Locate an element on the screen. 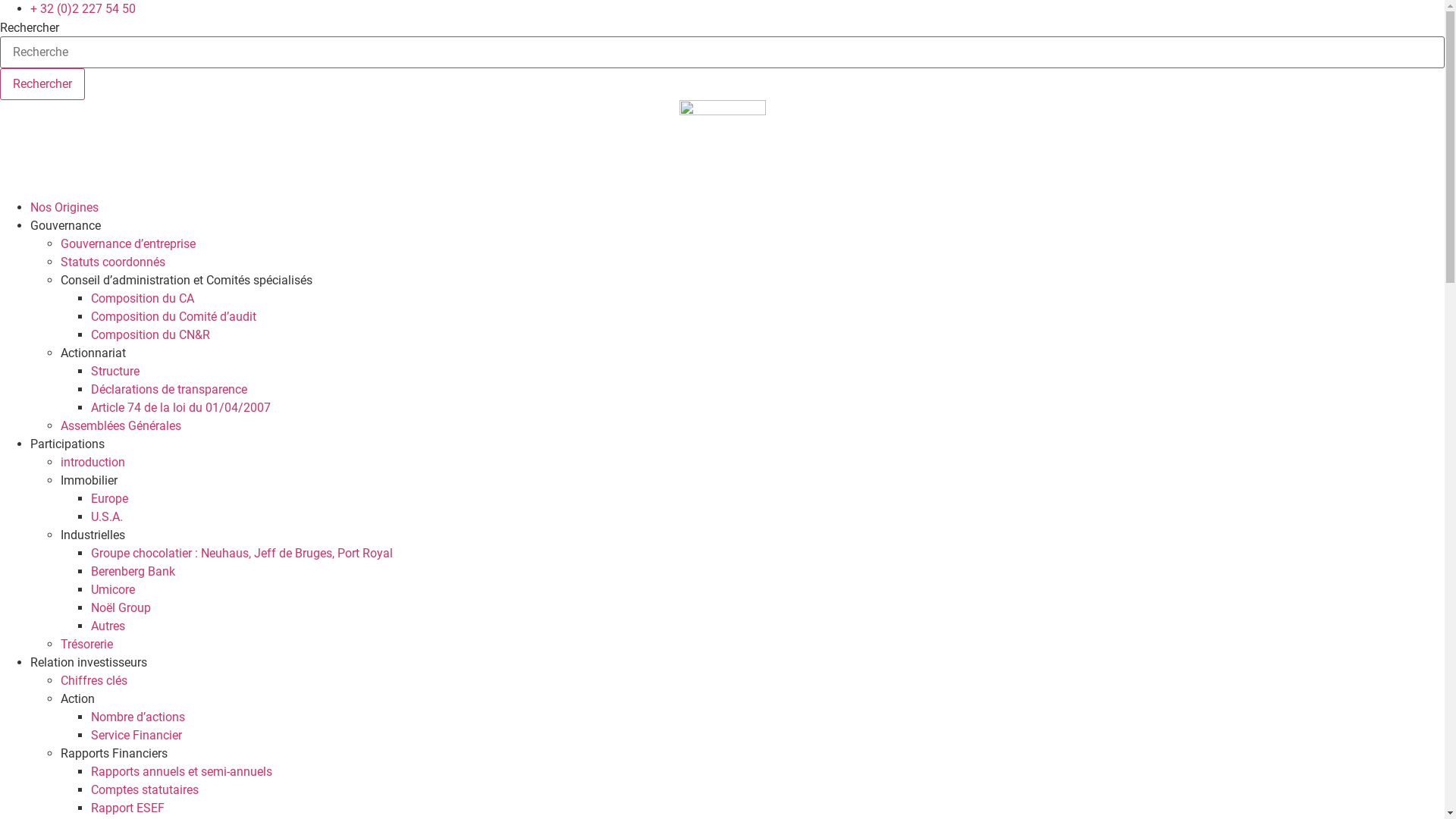 The height and width of the screenshot is (819, 1456). 'Umicore' is located at coordinates (90, 588).